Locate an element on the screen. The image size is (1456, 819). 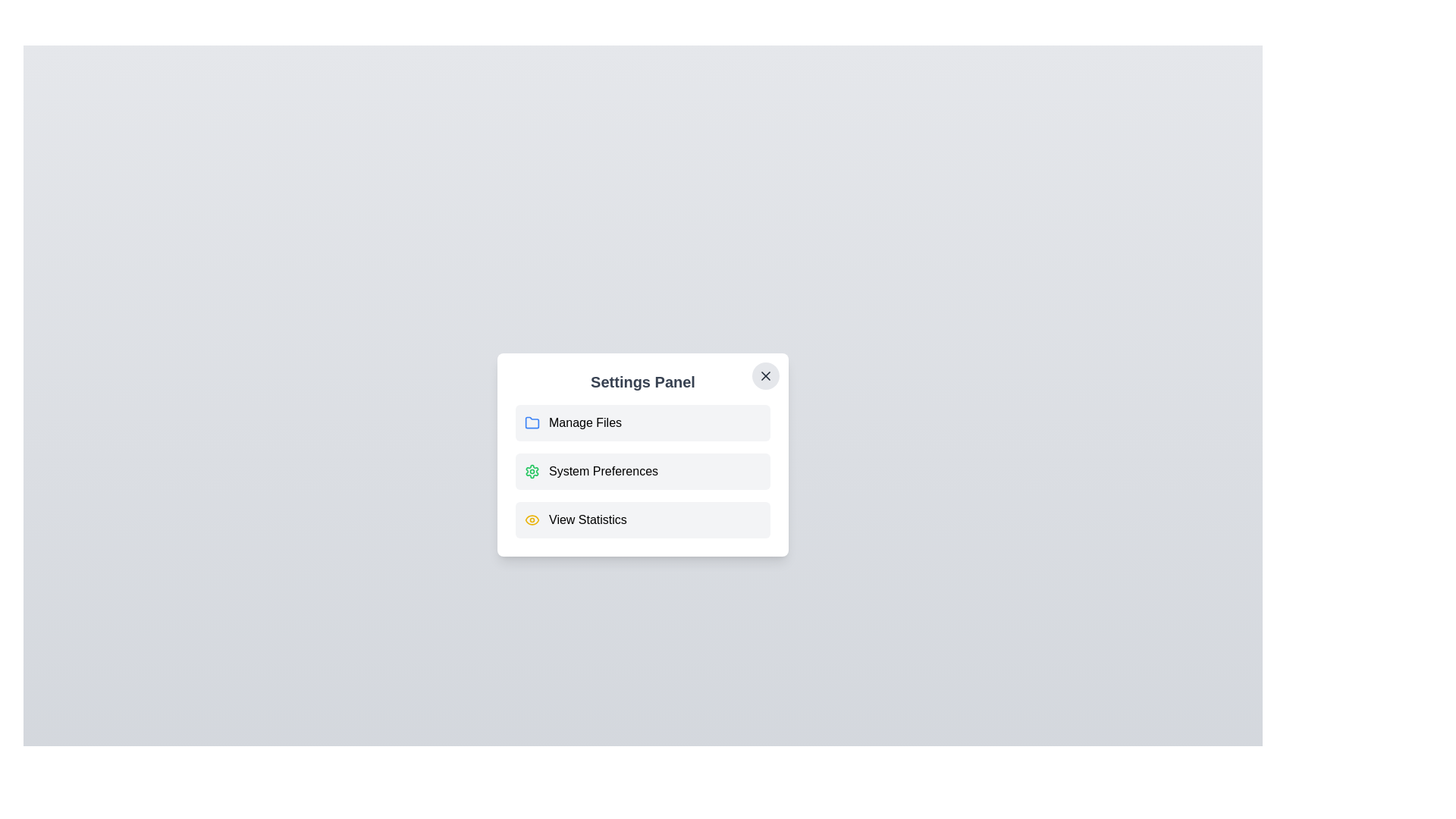
the file management button located in the Settings Panel, positioned above the System Preferences and View Statistics buttons is located at coordinates (643, 423).